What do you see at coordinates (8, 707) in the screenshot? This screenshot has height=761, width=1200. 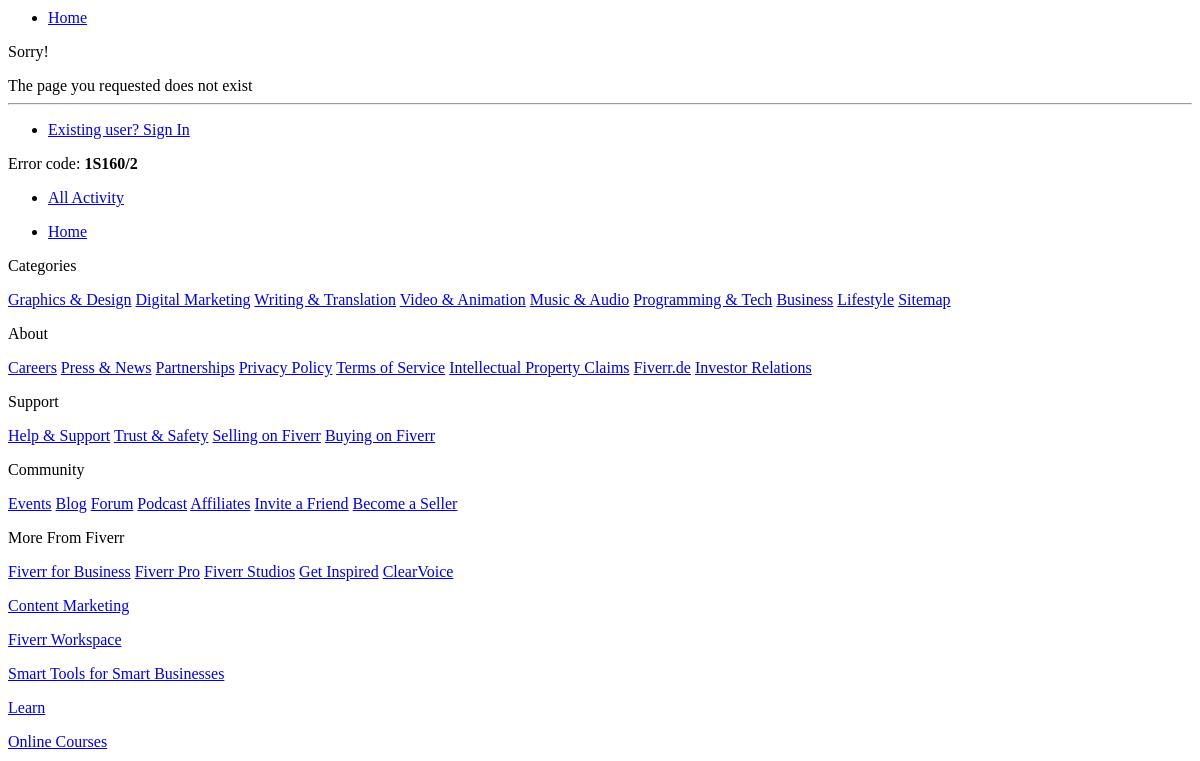 I see `'Learn'` at bounding box center [8, 707].